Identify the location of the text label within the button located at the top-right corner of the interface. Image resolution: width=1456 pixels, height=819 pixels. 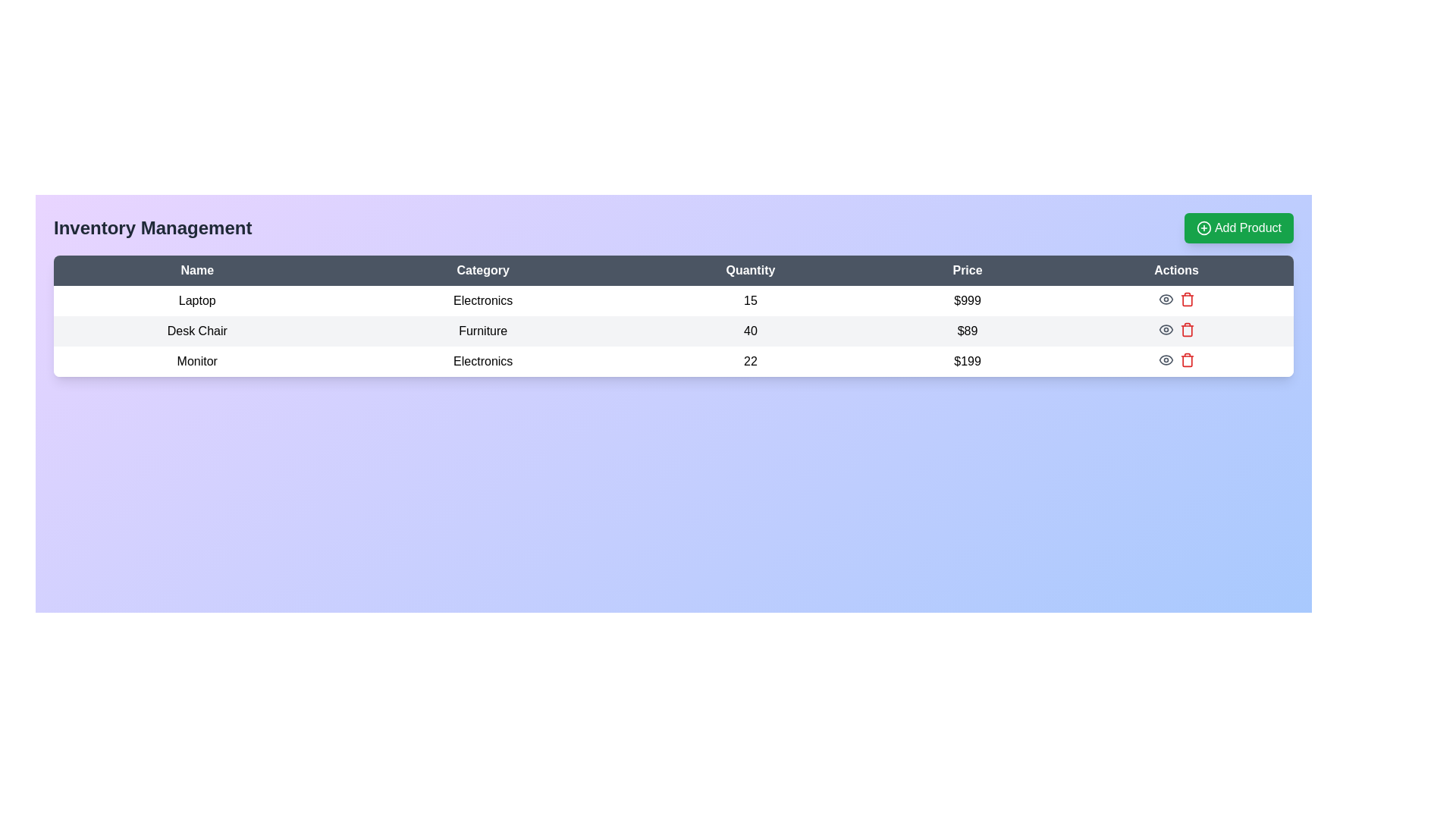
(1248, 227).